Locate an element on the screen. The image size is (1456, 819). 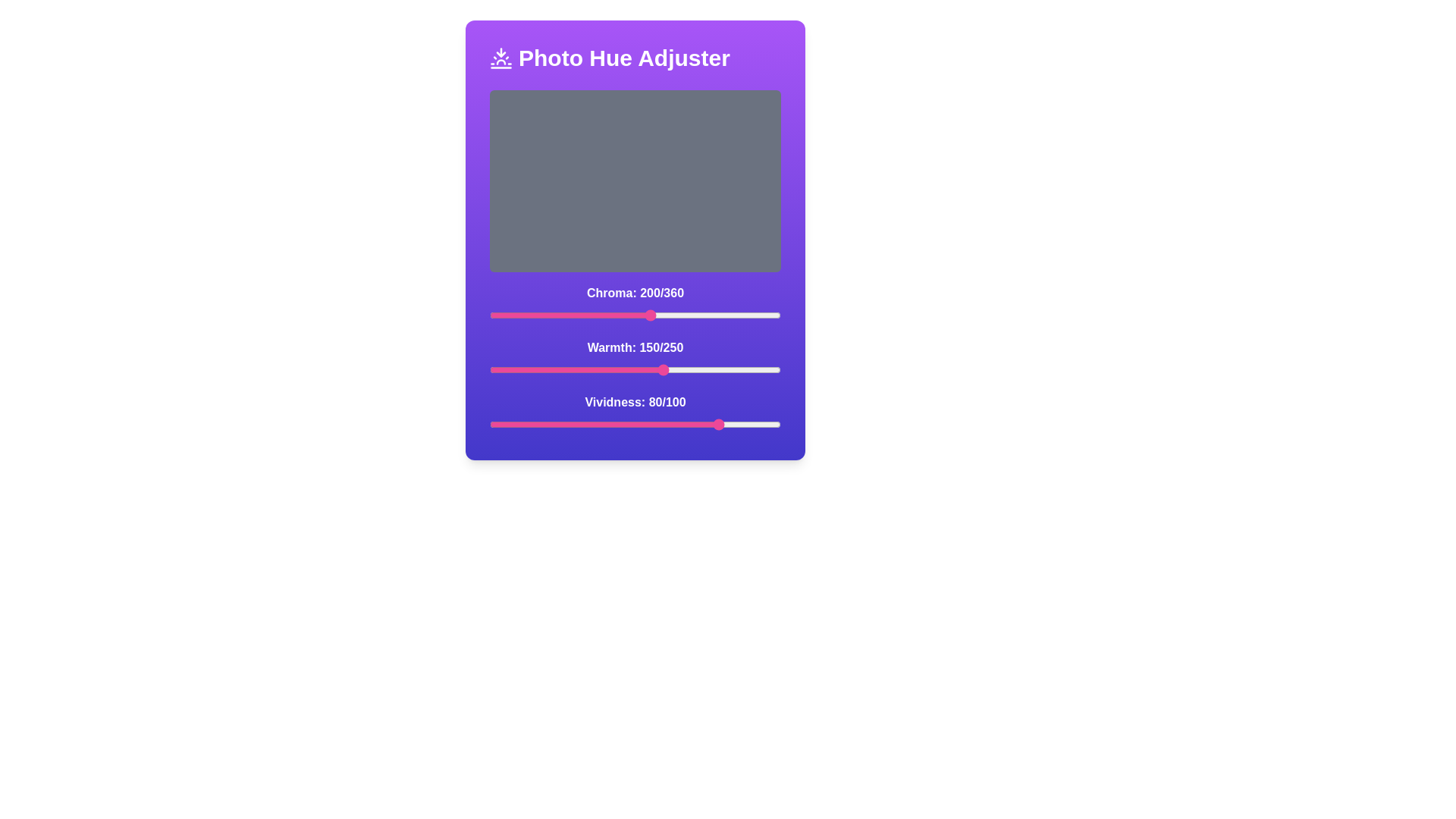
the warmth slider to 164 value is located at coordinates (679, 370).